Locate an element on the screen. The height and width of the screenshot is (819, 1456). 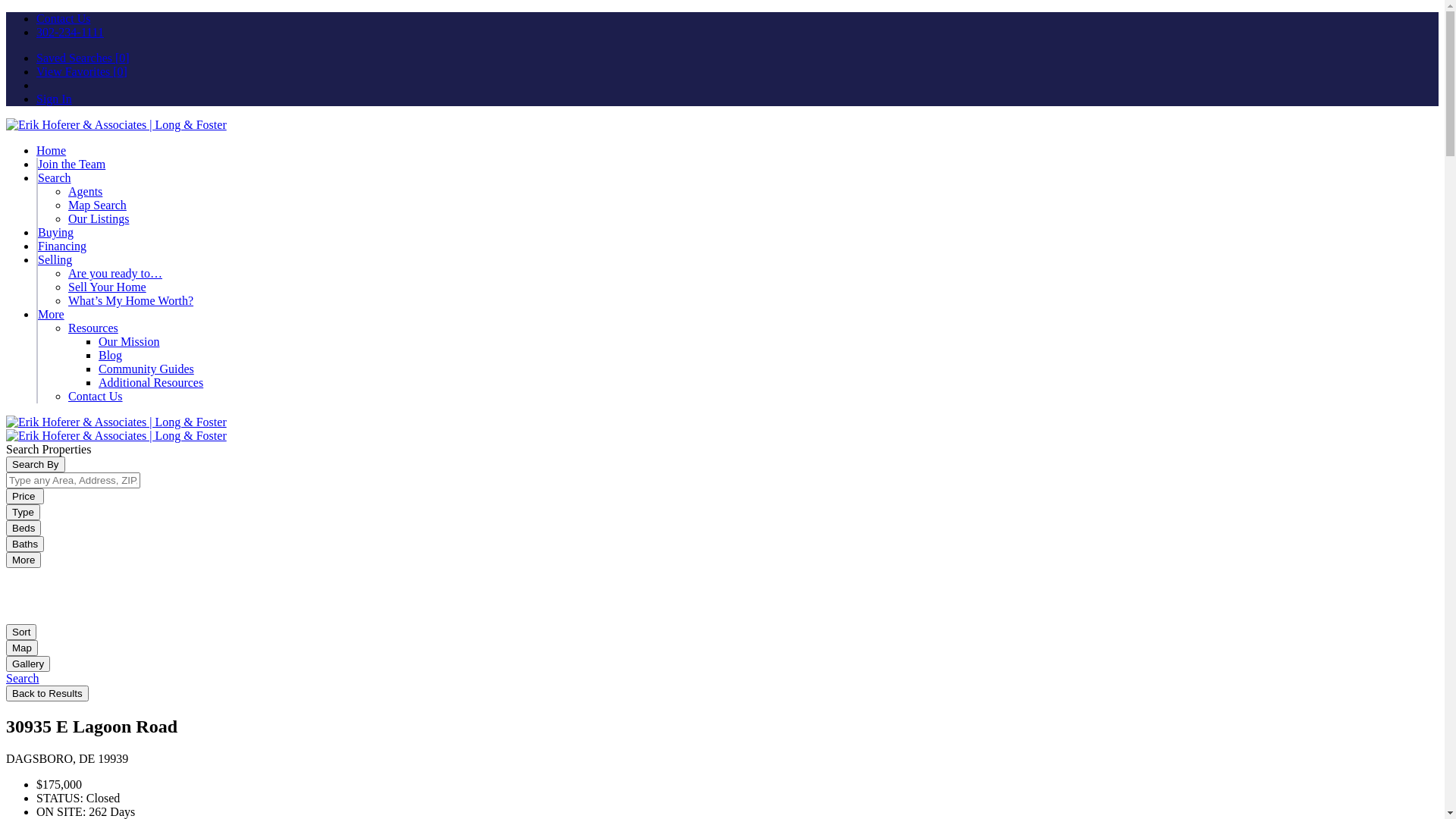
'302-234-1111' is located at coordinates (69, 32).